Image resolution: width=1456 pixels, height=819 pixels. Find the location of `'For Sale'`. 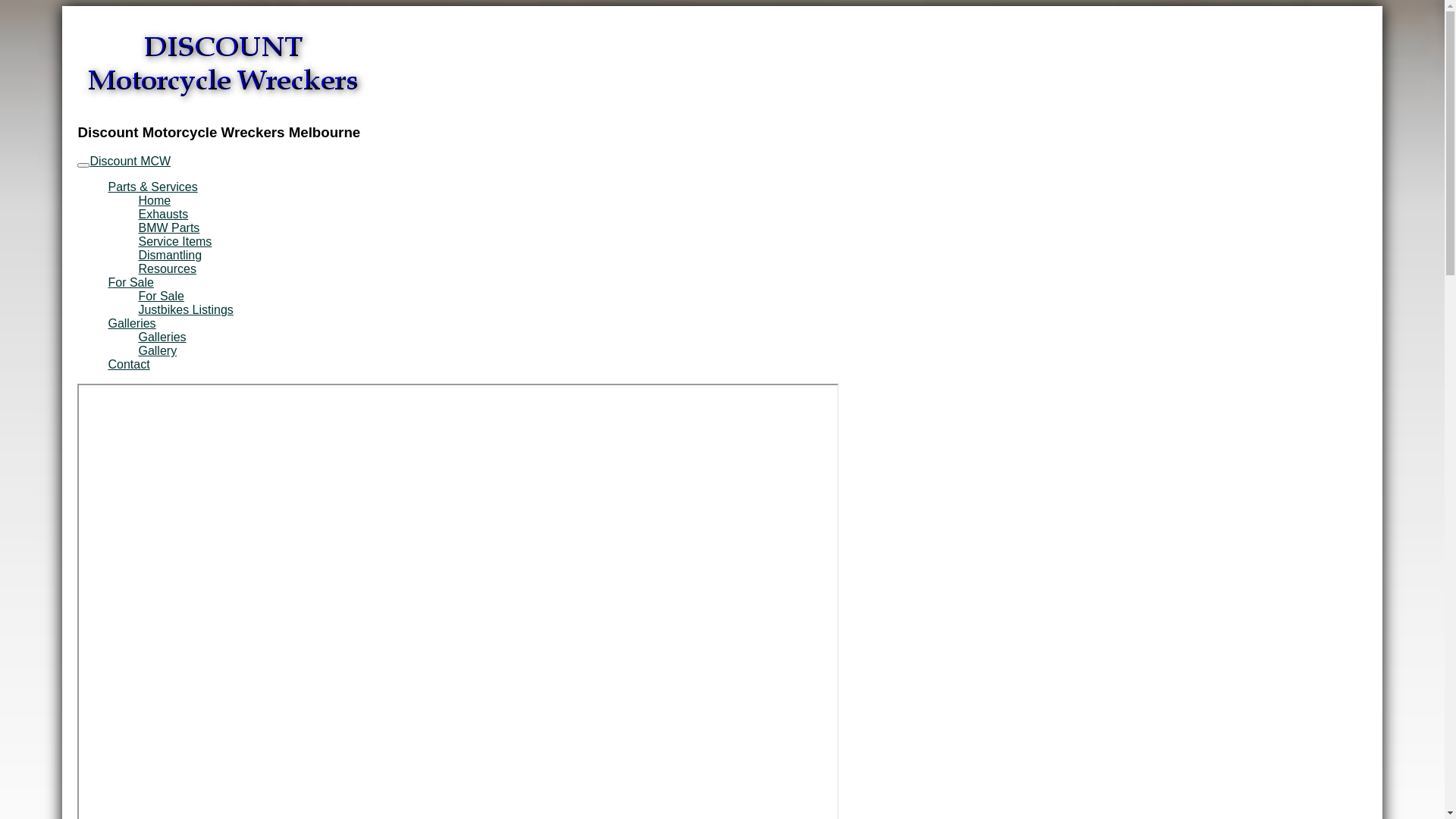

'For Sale' is located at coordinates (160, 296).